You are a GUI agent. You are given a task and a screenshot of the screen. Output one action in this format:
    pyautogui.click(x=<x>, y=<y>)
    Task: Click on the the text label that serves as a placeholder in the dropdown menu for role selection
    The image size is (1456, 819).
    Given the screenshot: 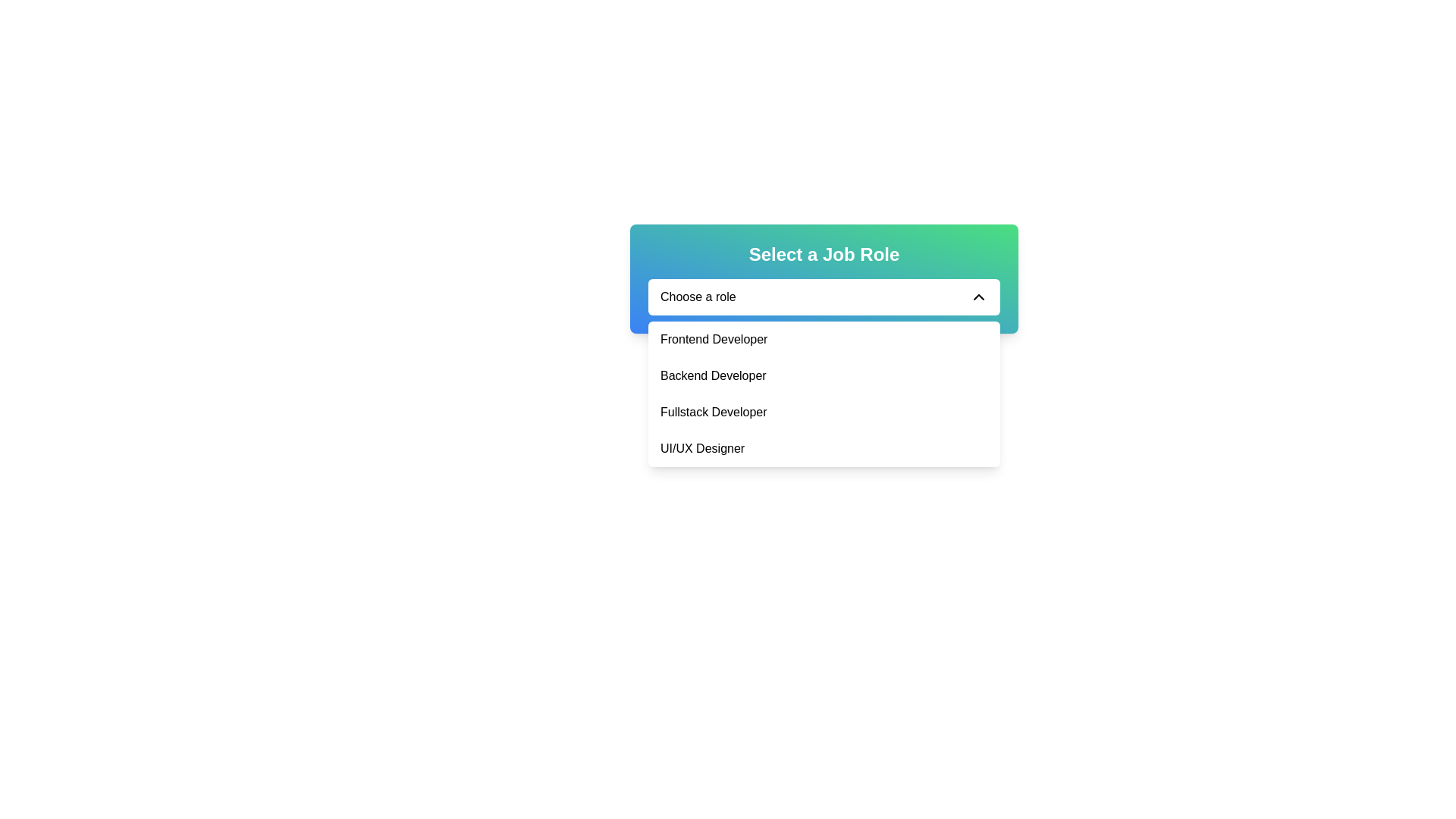 What is the action you would take?
    pyautogui.click(x=697, y=297)
    